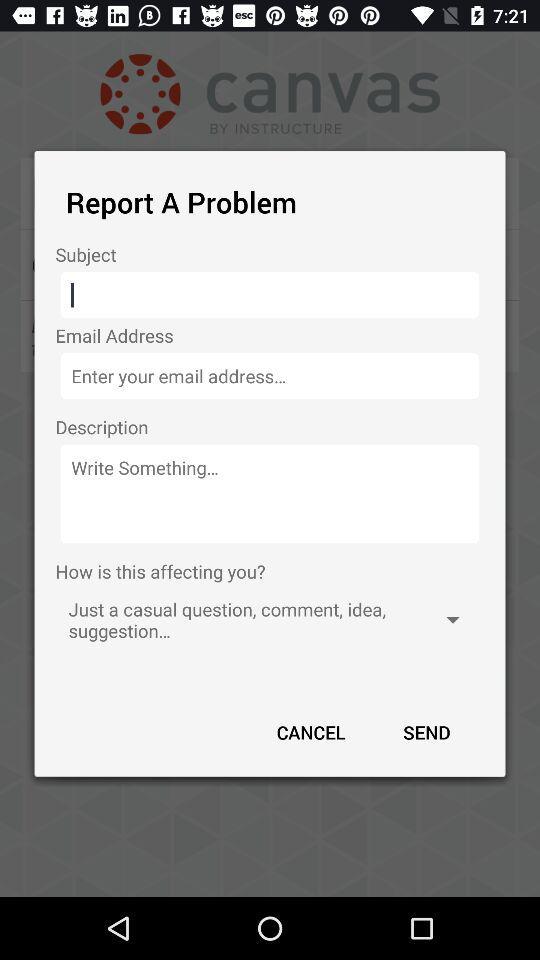 The image size is (540, 960). I want to click on button at the bottom right corner, so click(425, 731).